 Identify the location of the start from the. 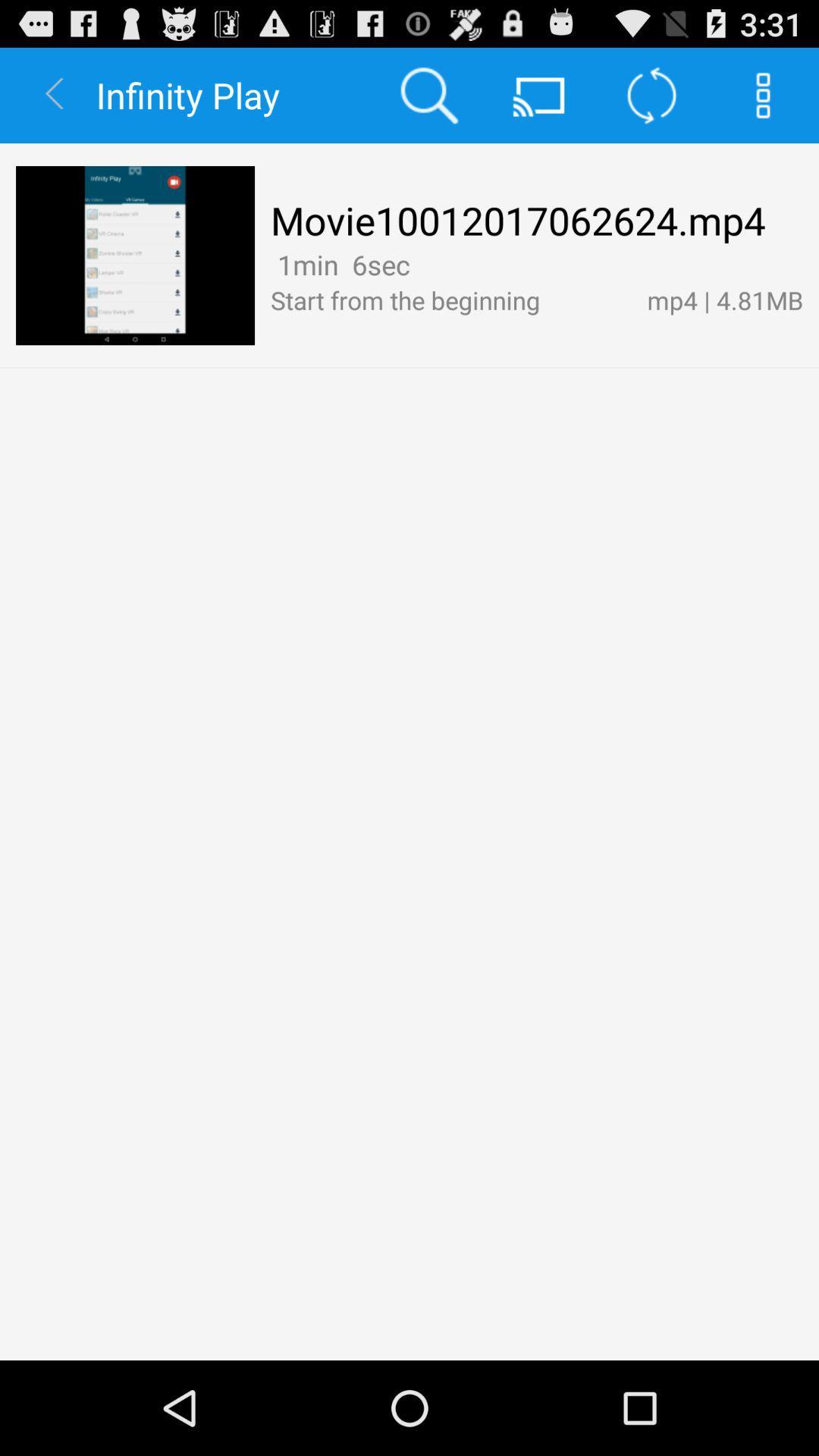
(450, 300).